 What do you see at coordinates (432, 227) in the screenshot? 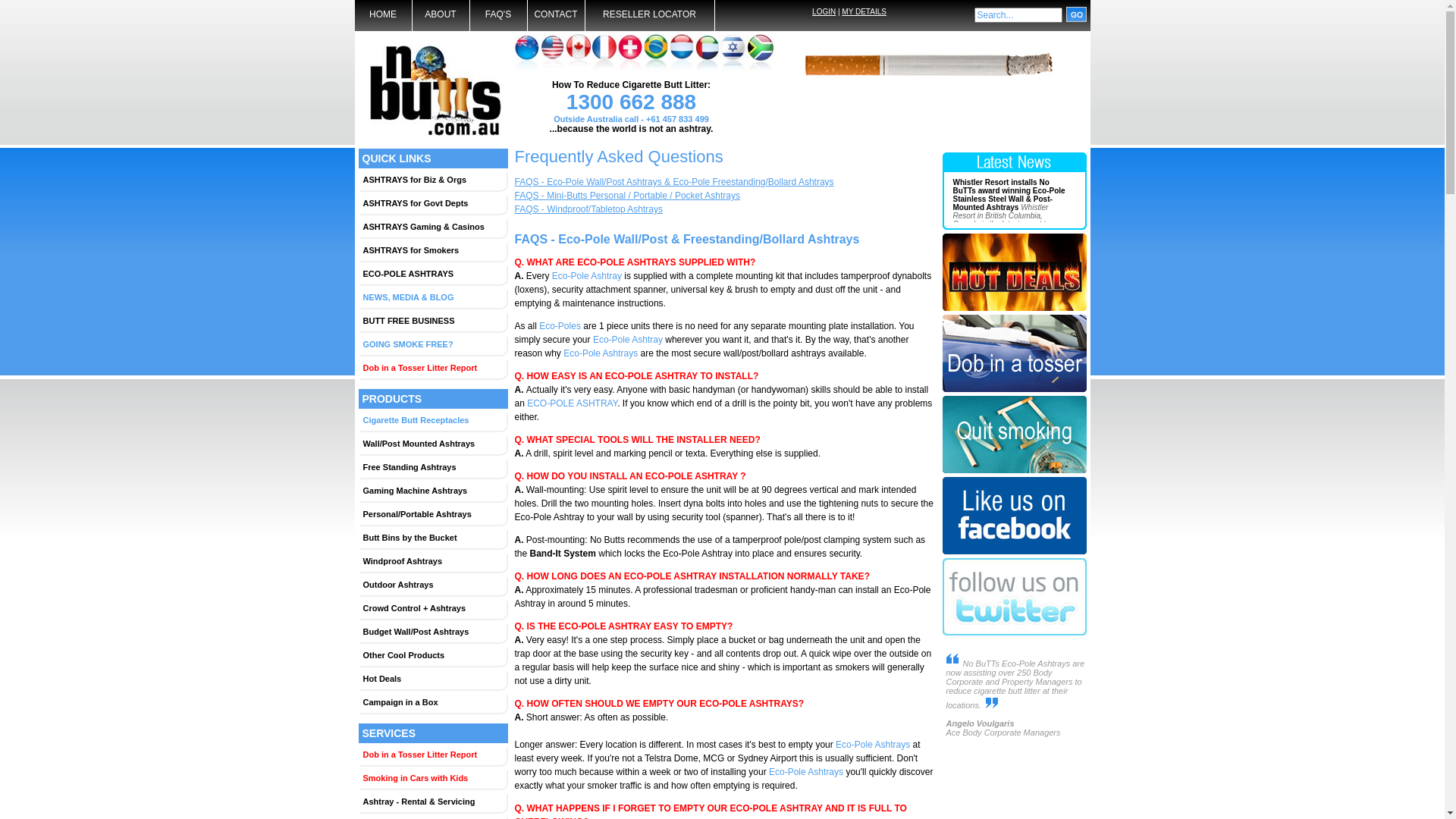
I see `'ASHTRAYS Gaming & Casinos'` at bounding box center [432, 227].